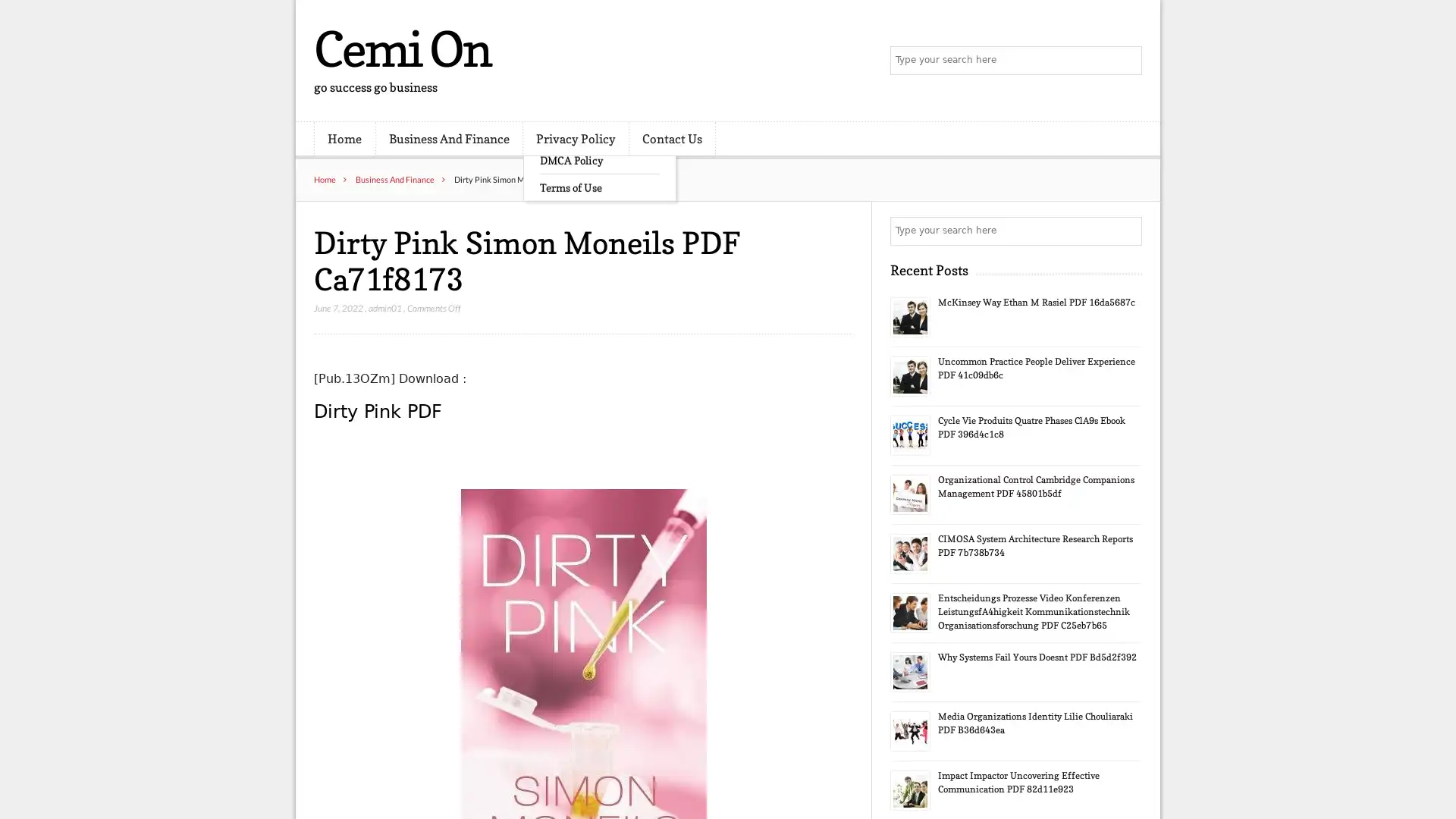  I want to click on Search, so click(1126, 61).